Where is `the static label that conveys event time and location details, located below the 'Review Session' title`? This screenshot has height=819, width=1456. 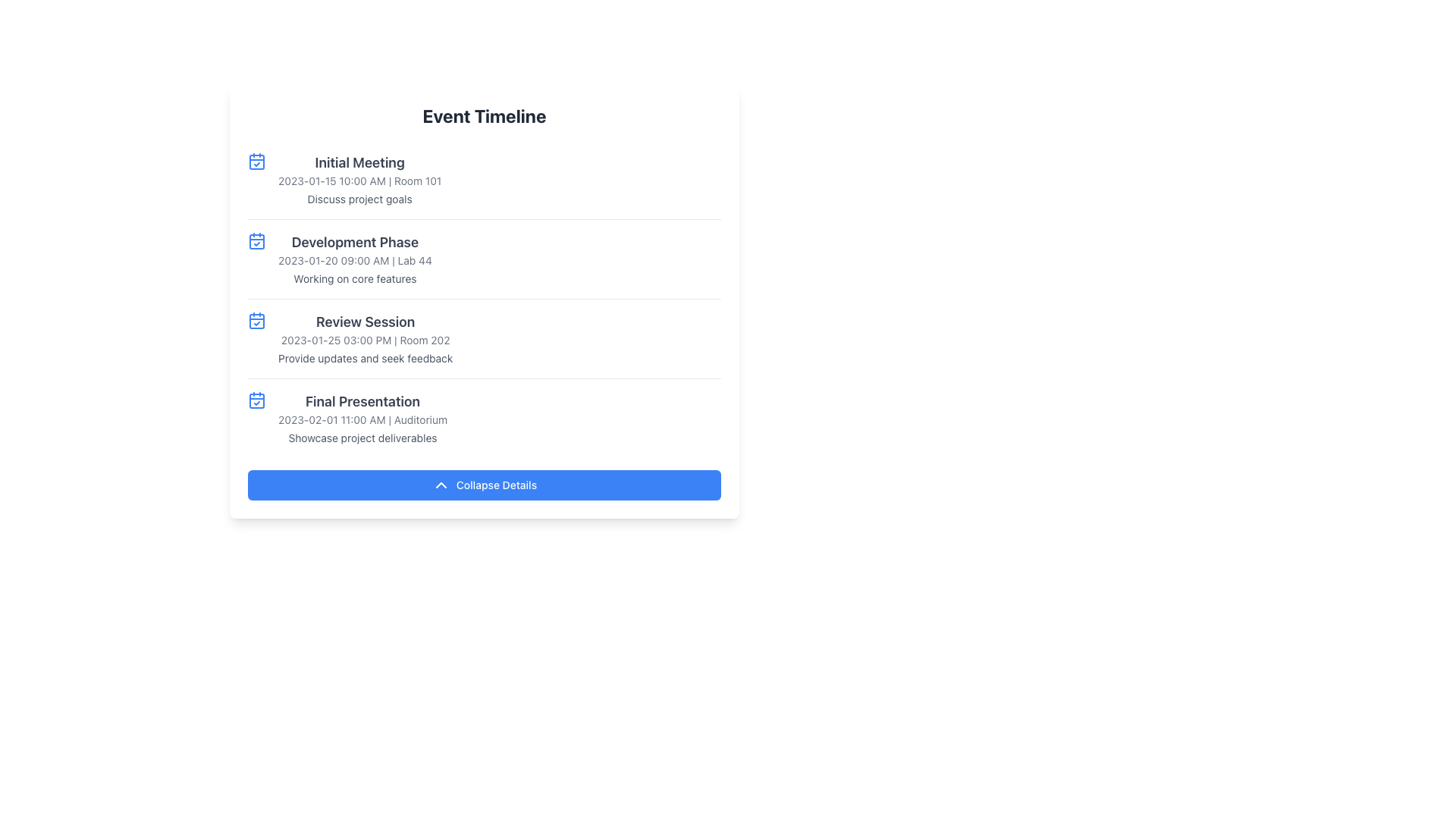
the static label that conveys event time and location details, located below the 'Review Session' title is located at coordinates (366, 339).